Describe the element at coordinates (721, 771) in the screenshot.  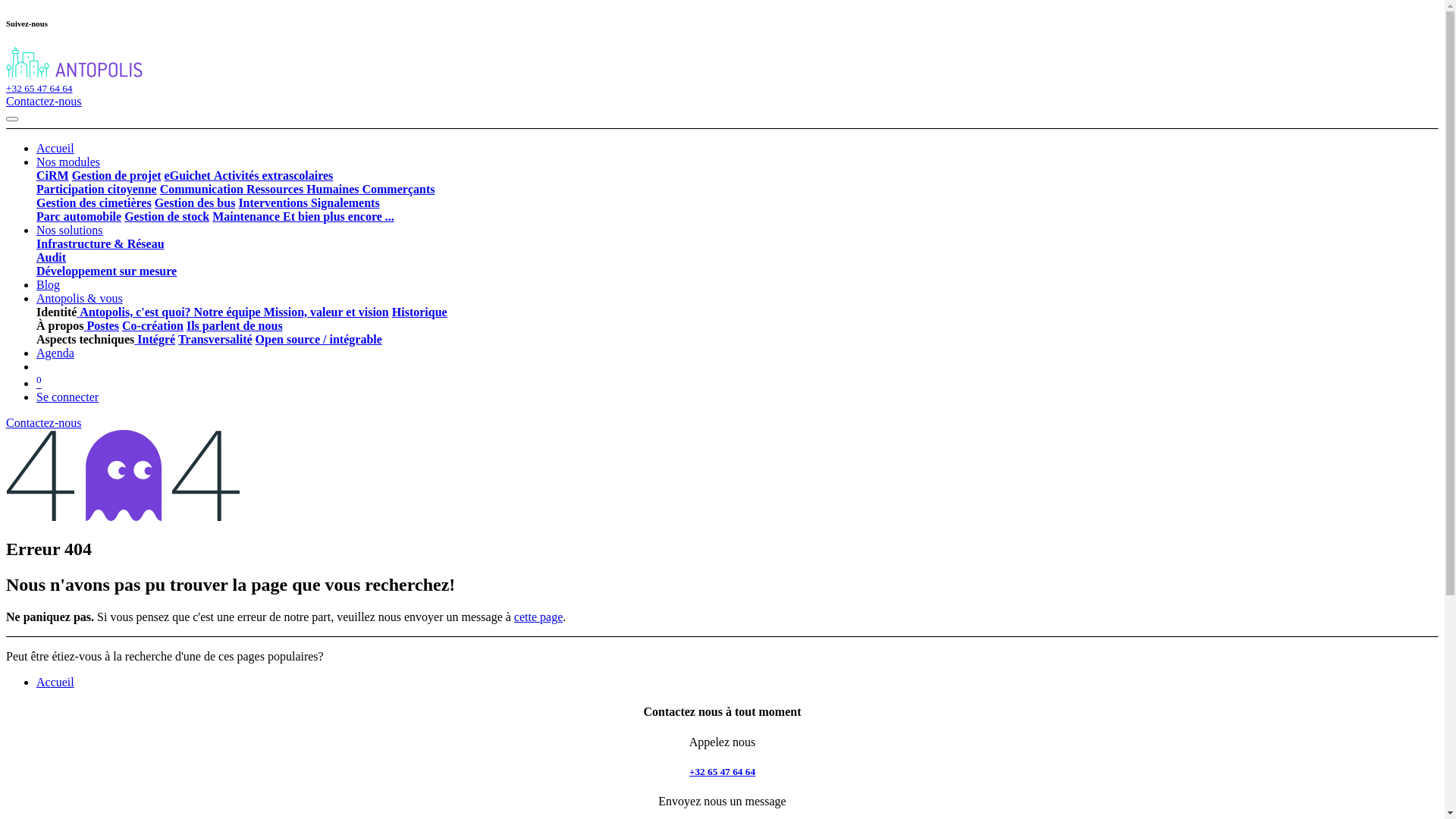
I see `'+32 65 47 64 64'` at that location.